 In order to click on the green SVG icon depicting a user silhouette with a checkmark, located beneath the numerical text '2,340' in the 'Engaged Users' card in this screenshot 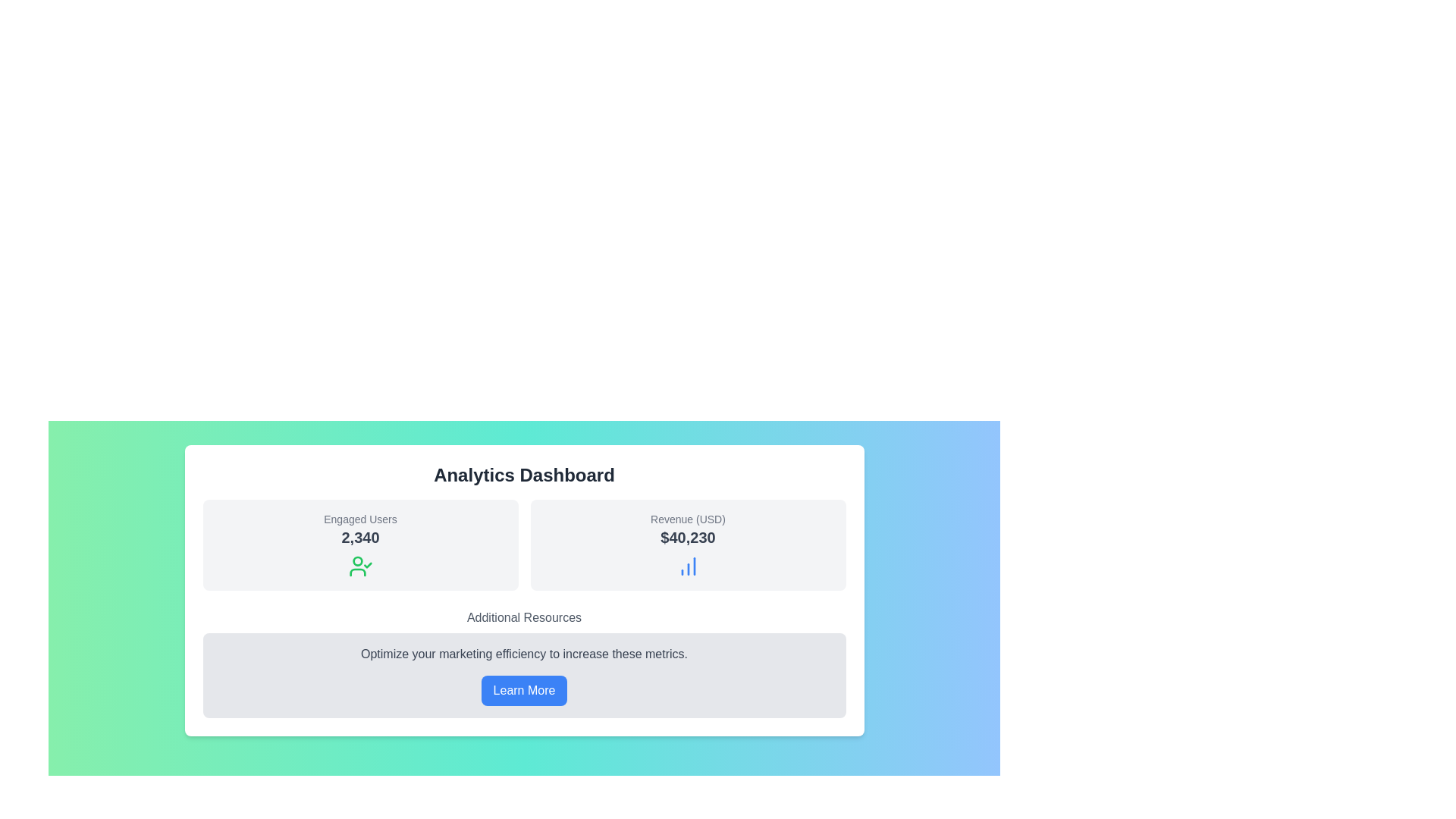, I will do `click(359, 566)`.